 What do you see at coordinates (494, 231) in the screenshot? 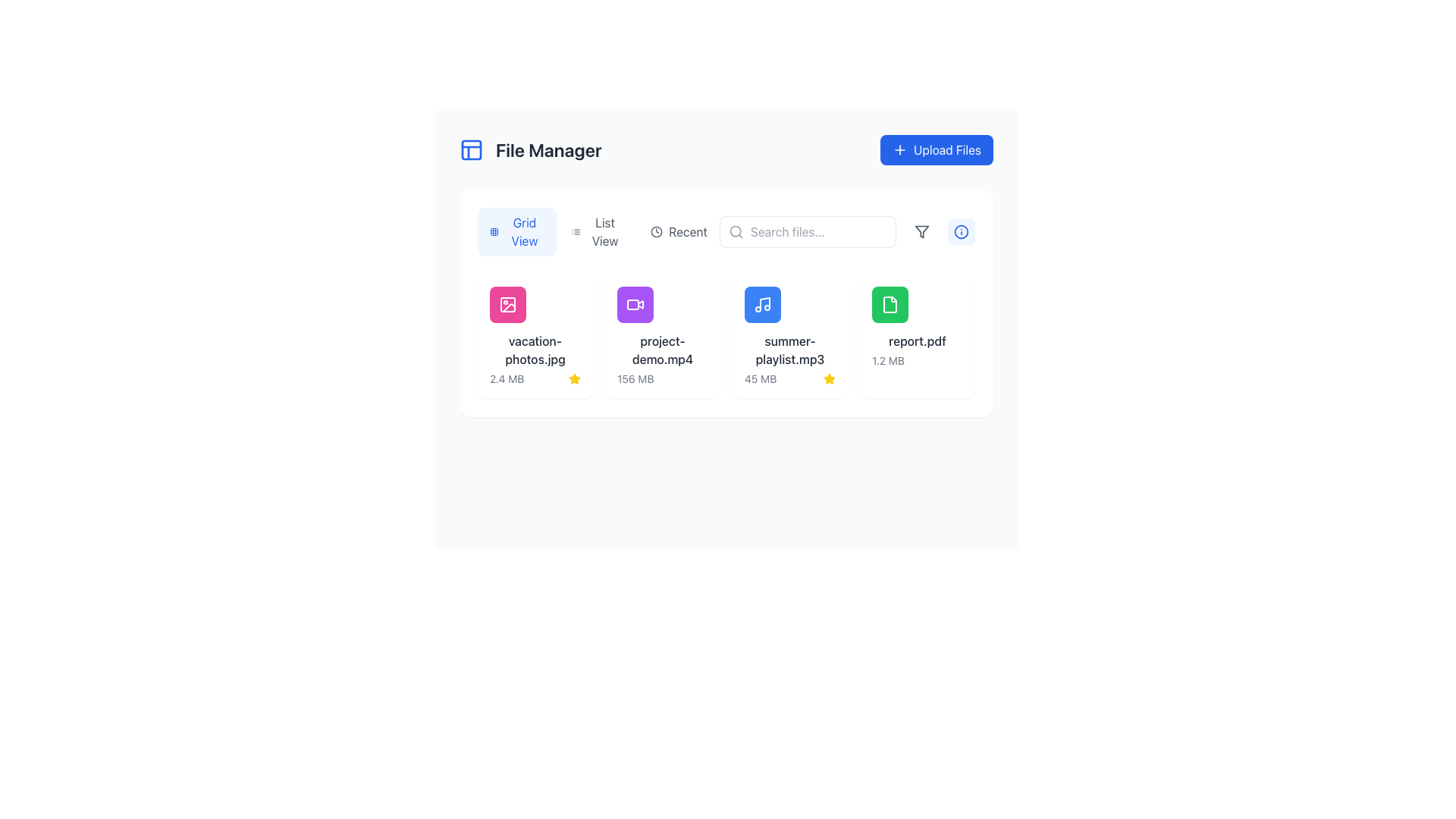
I see `the button to the left of 'Grid View' in the header section of the 'File Manager' to switch to grid view` at bounding box center [494, 231].